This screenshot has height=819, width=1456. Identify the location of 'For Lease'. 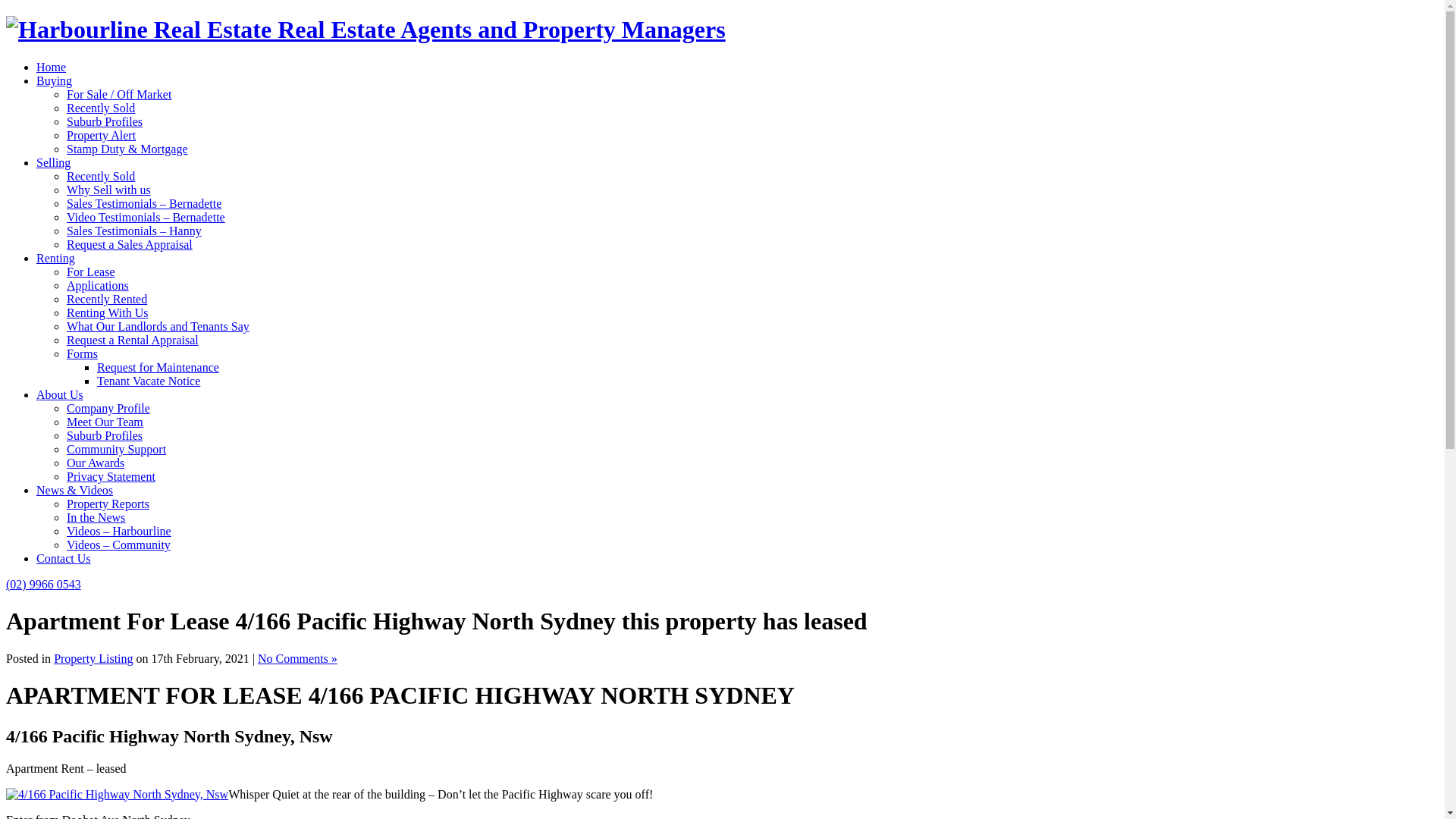
(90, 271).